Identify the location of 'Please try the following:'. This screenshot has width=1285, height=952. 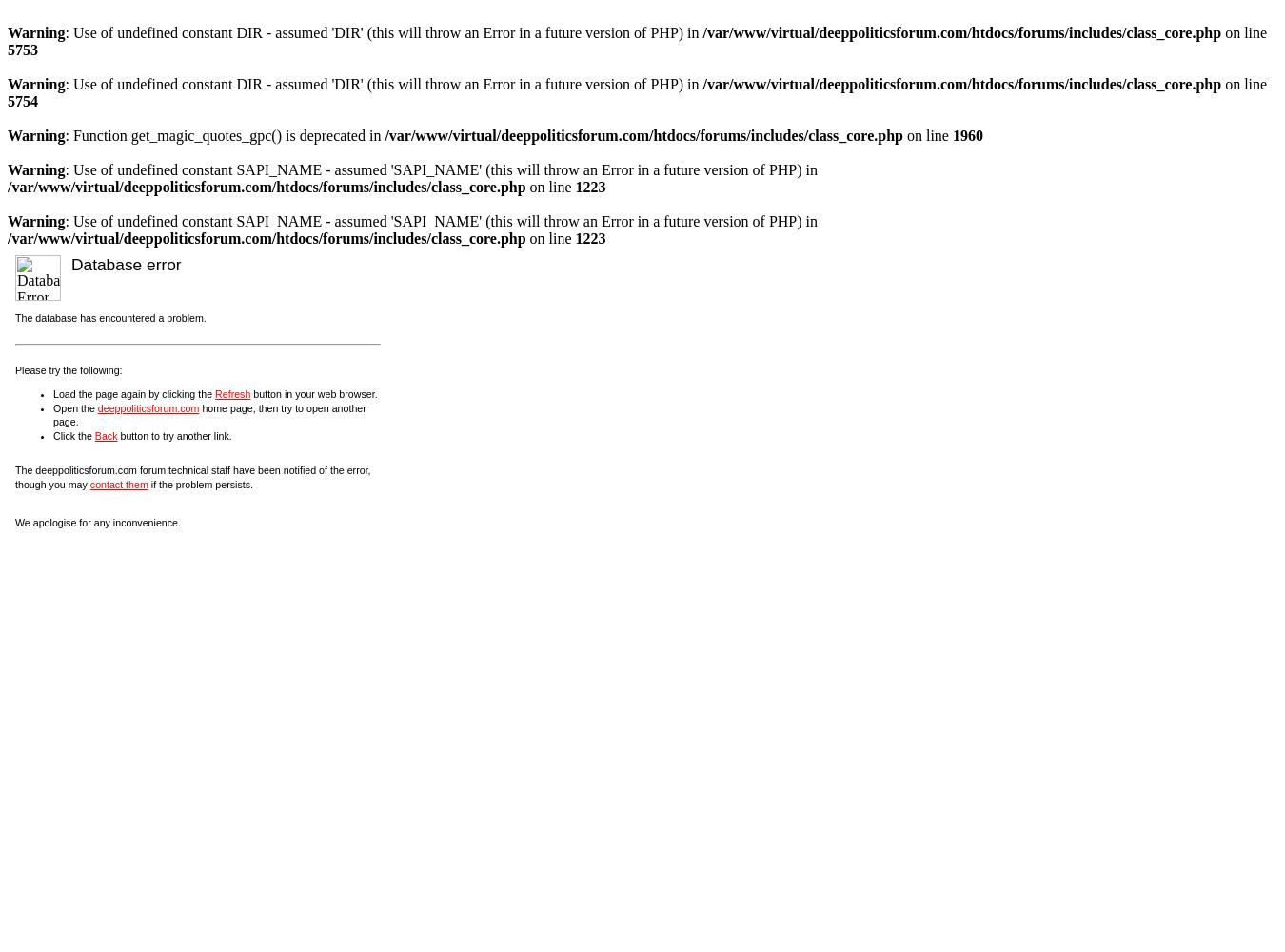
(67, 369).